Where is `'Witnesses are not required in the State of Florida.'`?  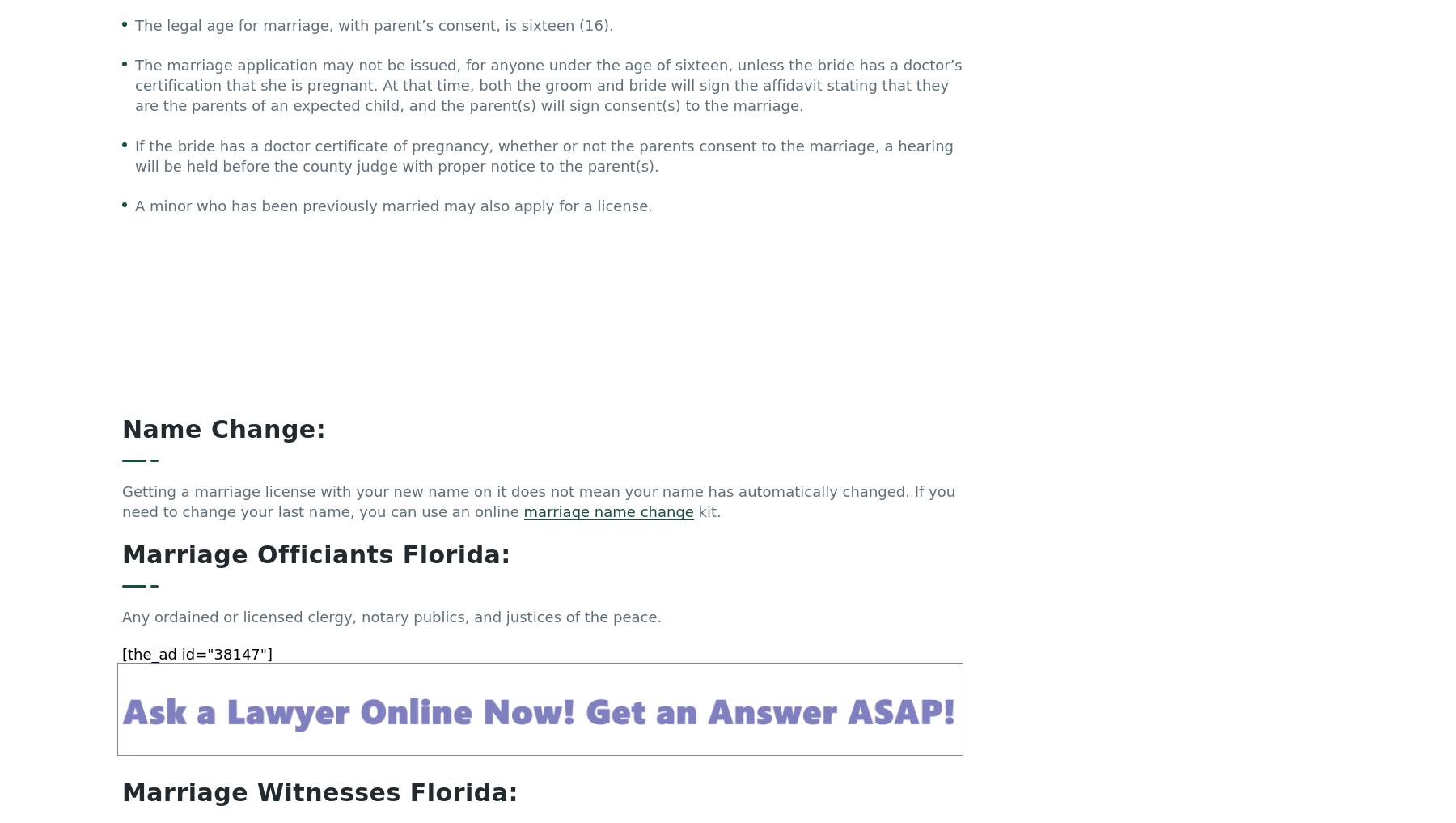
'Witnesses are not required in the State of Florida.' is located at coordinates (122, 541).